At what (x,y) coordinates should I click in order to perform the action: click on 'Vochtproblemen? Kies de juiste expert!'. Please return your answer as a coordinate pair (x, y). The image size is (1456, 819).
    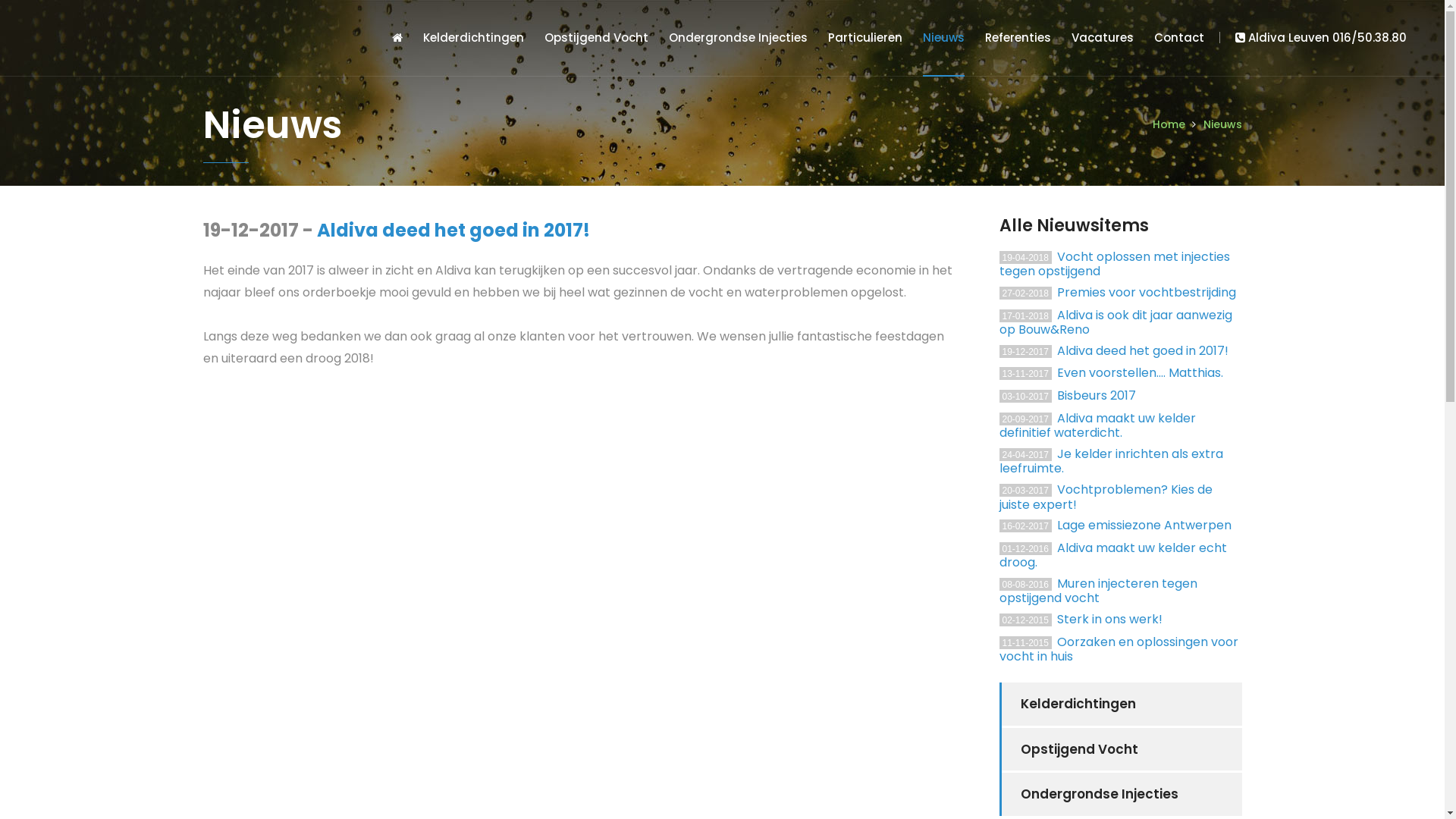
    Looking at the image, I should click on (1106, 497).